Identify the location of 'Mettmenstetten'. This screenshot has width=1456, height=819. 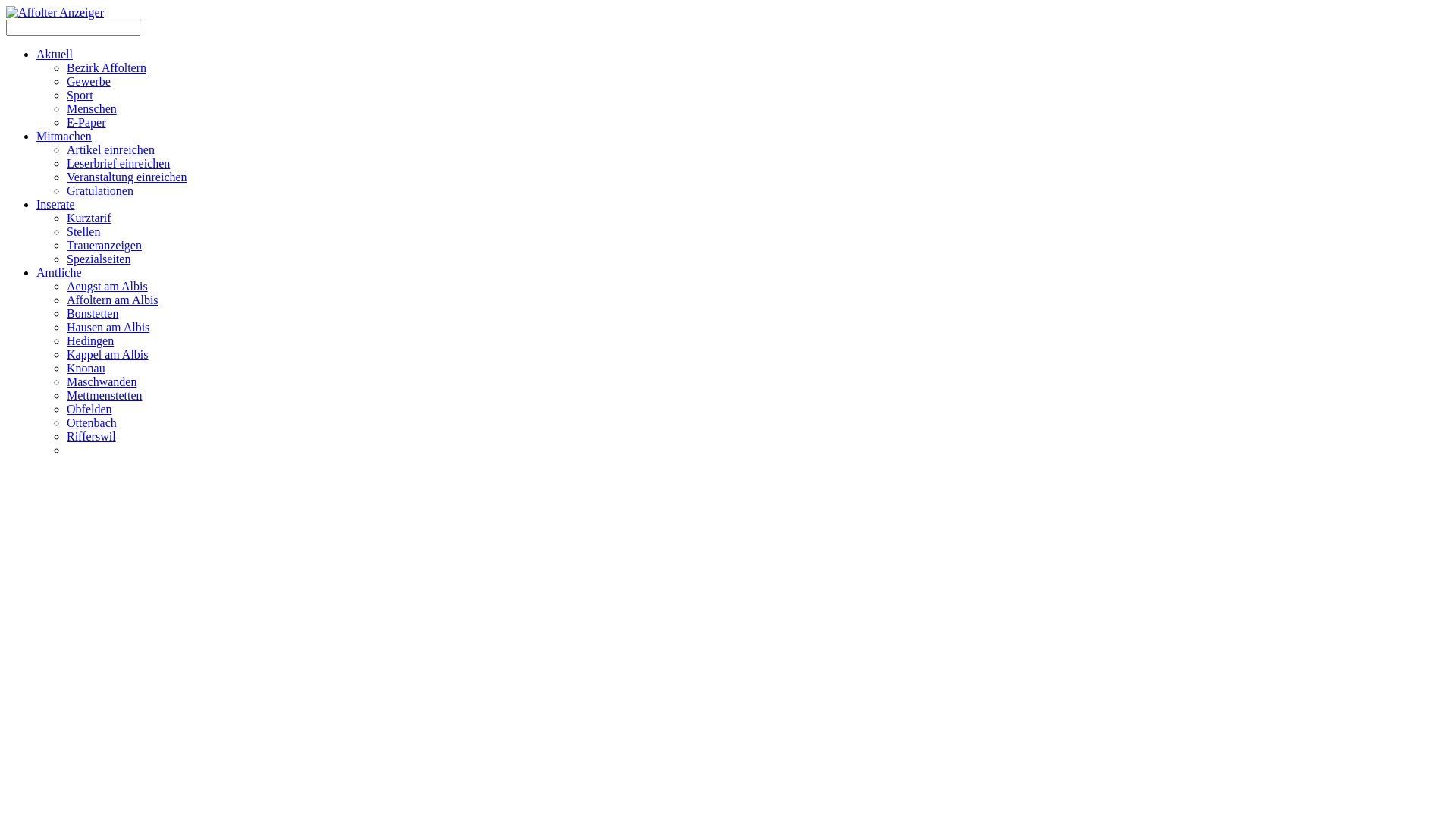
(65, 394).